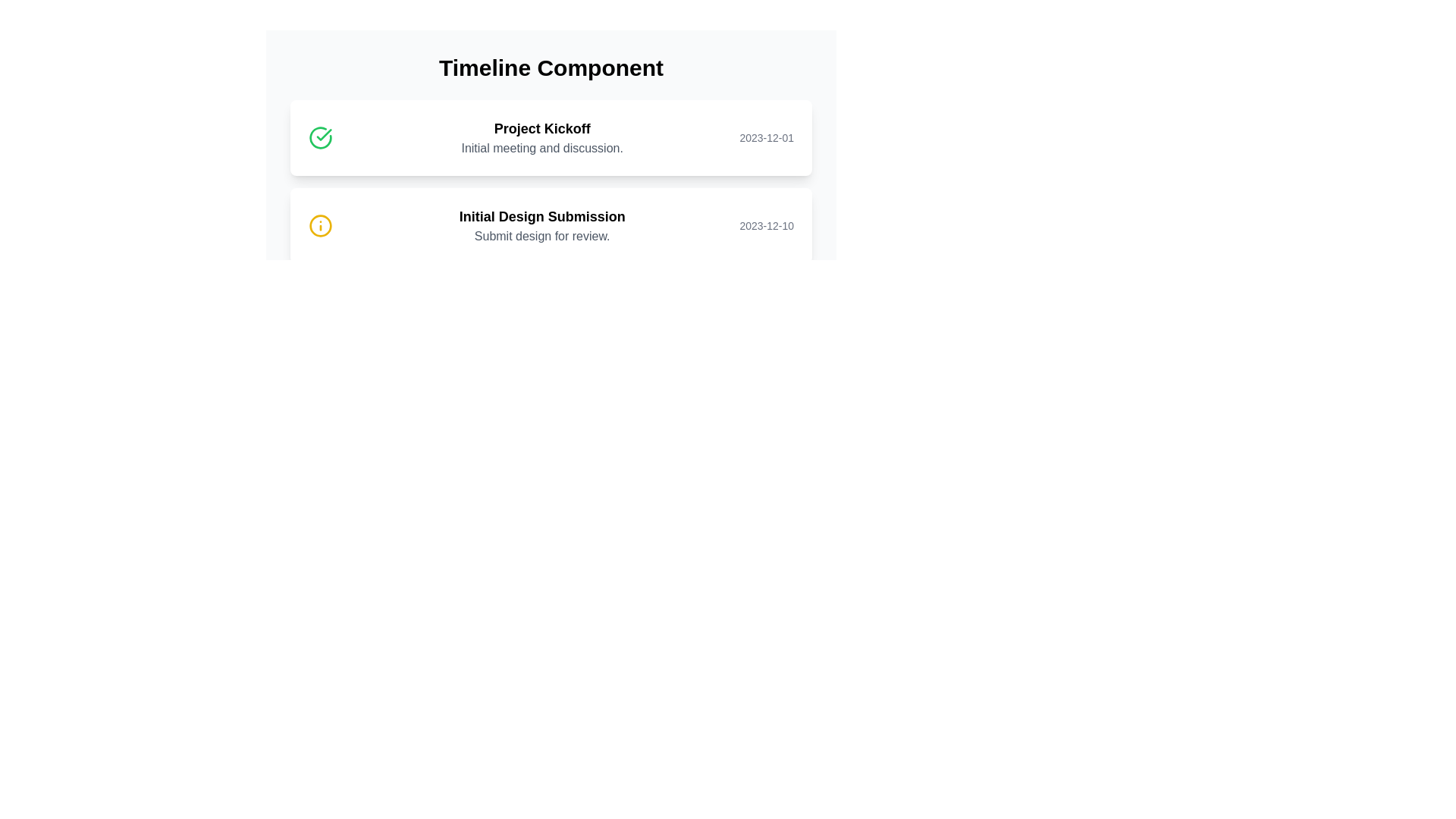 This screenshot has height=819, width=1456. I want to click on text displayed in the date label located at the far right of the 'Project Kickoff' card, which follows the description text 'Initial meeting and discussion.', so click(767, 137).